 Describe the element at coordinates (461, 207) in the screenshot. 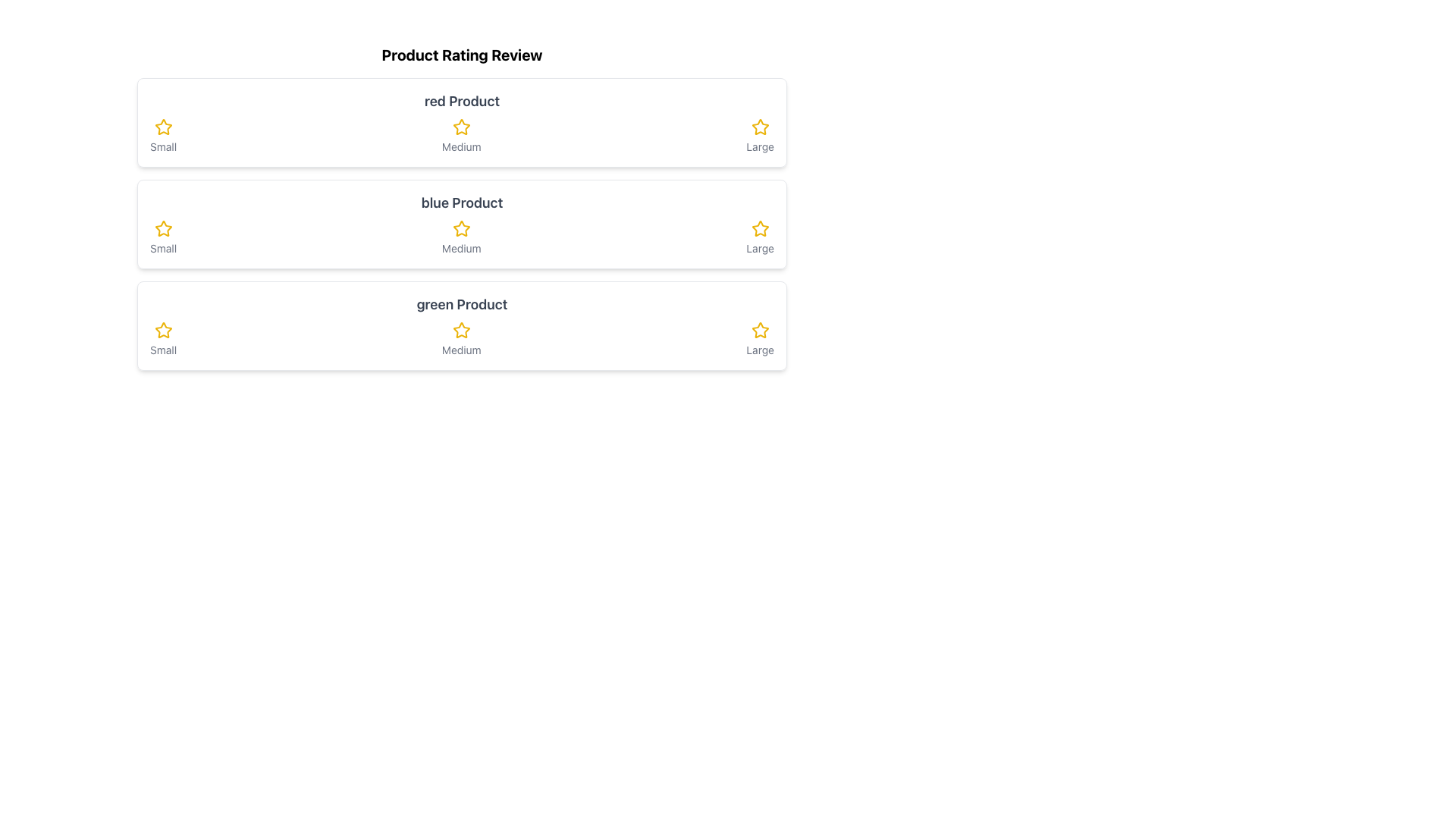

I see `a star button in the interactive rating panel to rate the product, which is located centrally below the title 'Product Rating Review'` at that location.